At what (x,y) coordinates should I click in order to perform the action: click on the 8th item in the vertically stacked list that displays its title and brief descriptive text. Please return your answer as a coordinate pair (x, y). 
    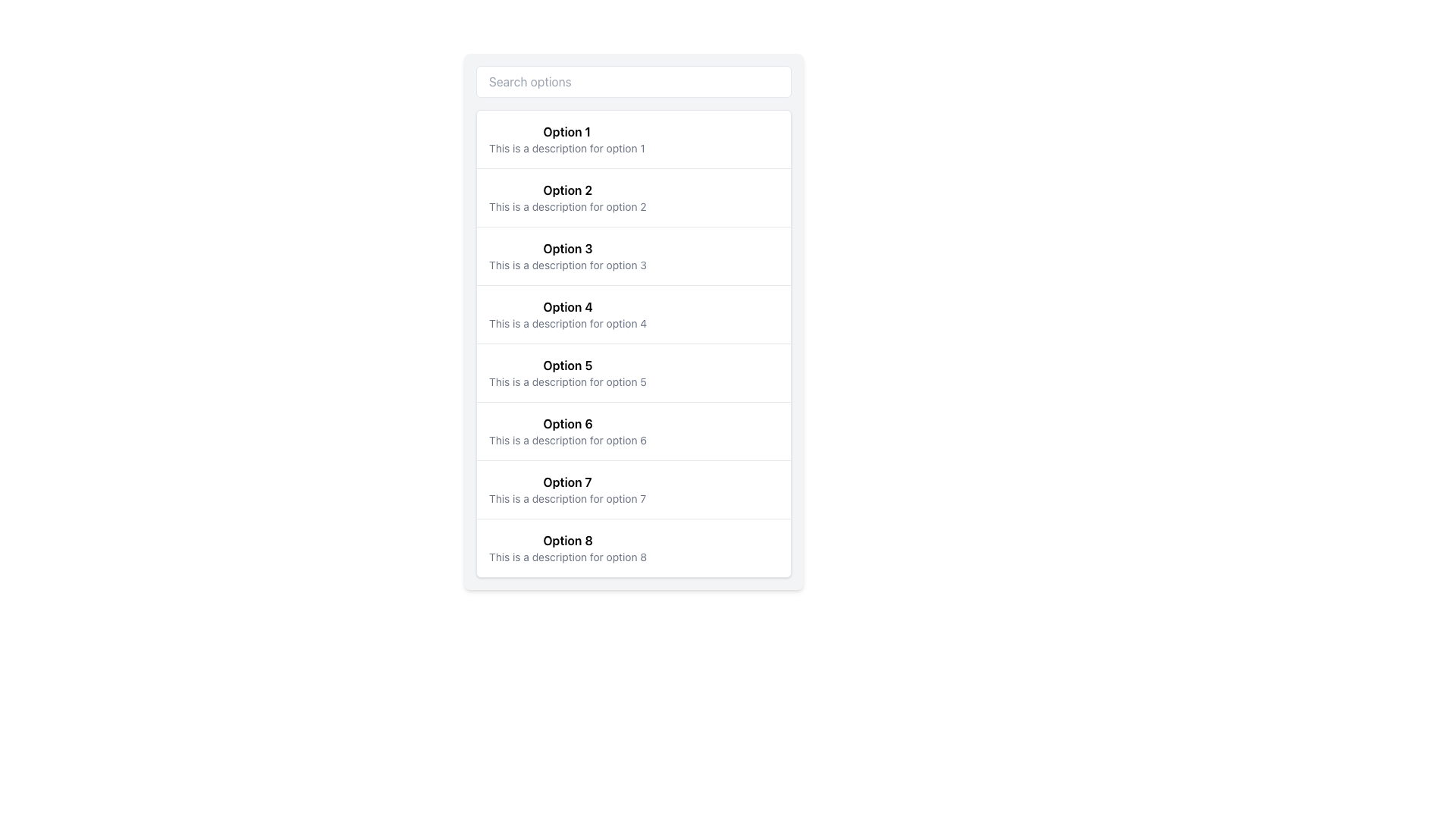
    Looking at the image, I should click on (566, 548).